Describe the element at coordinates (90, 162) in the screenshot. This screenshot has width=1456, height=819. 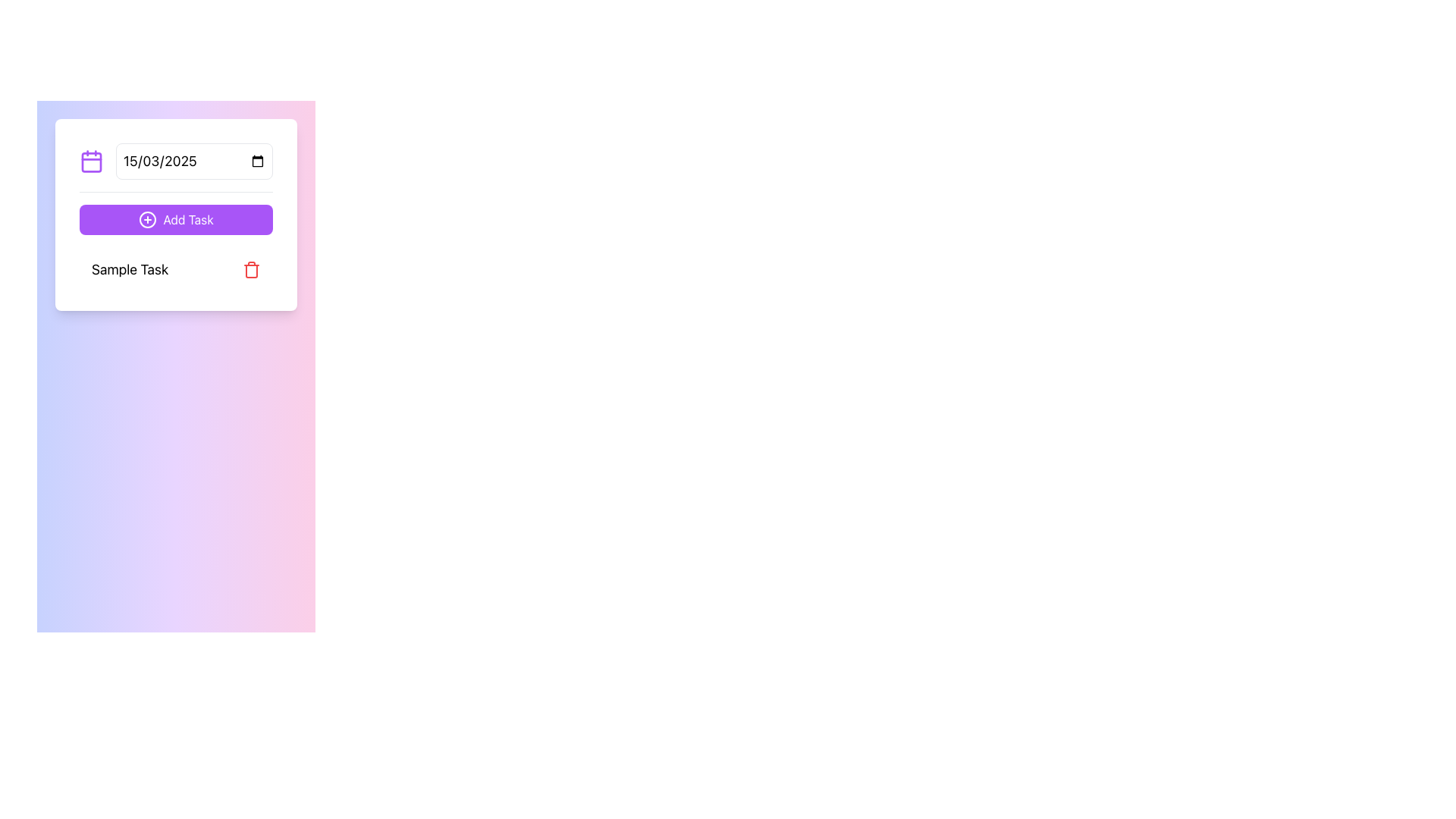
I see `the main body of the calendar icon's graphical representation, which is a rectangular shape positioned centrally within the SVG icon` at that location.